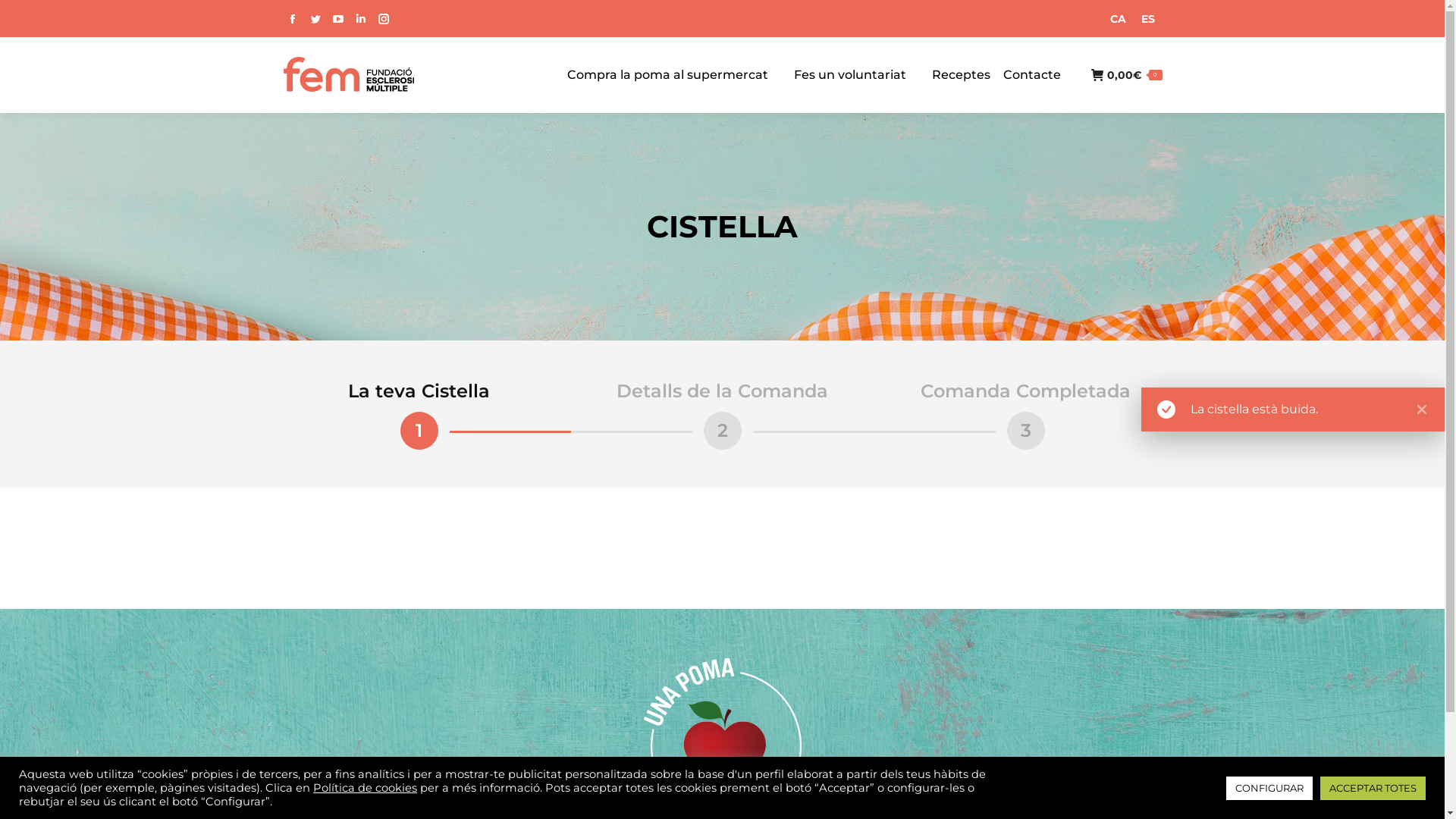 This screenshot has height=819, width=1456. I want to click on 'Contacte', so click(1031, 75).